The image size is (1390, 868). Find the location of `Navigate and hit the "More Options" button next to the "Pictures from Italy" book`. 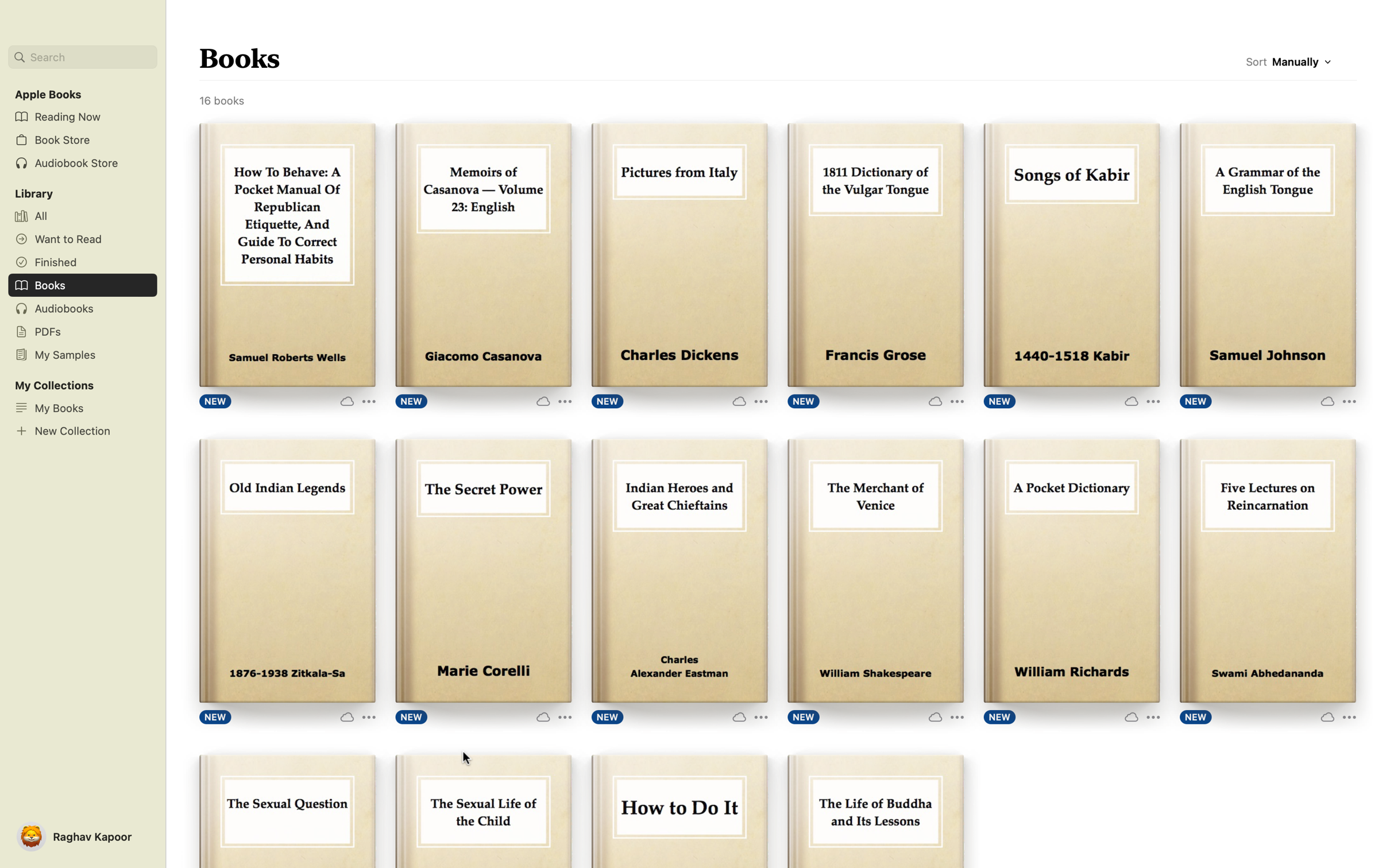

Navigate and hit the "More Options" button next to the "Pictures from Italy" book is located at coordinates (747, 400).